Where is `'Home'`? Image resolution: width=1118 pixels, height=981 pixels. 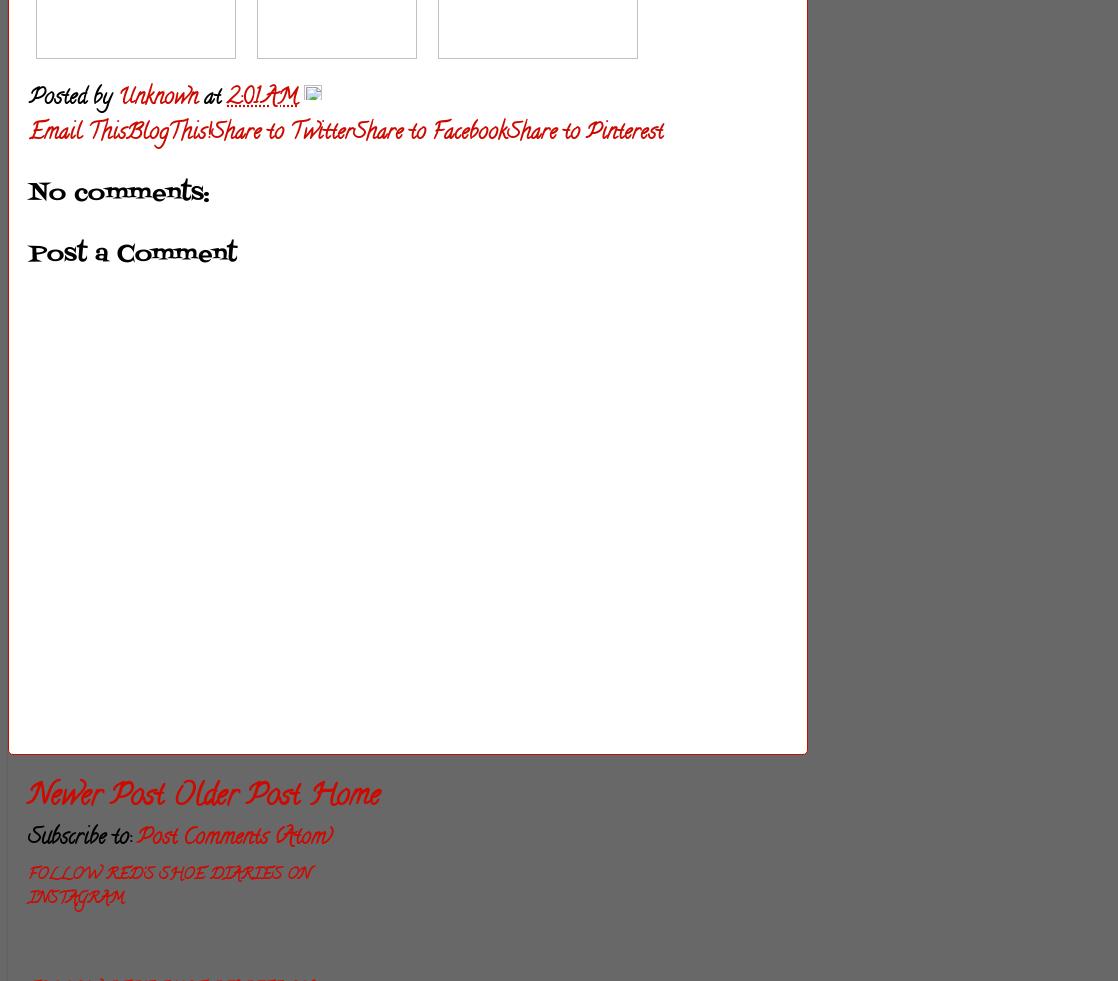 'Home' is located at coordinates (308, 798).